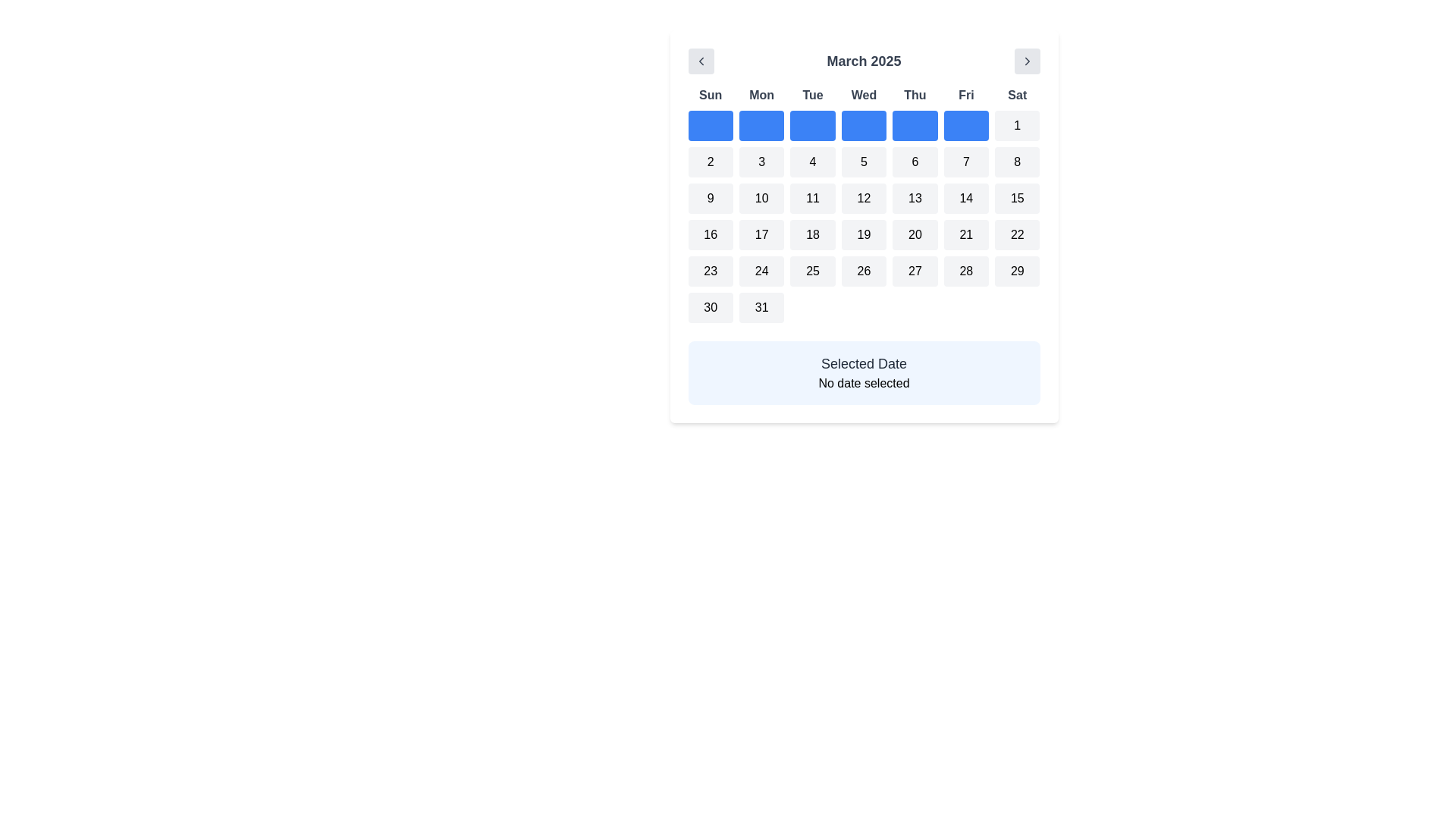  Describe the element at coordinates (864, 234) in the screenshot. I see `the button representing the date '19' in the calendar located in the fourth column of the fourth row beneath the 'Wed' label` at that location.